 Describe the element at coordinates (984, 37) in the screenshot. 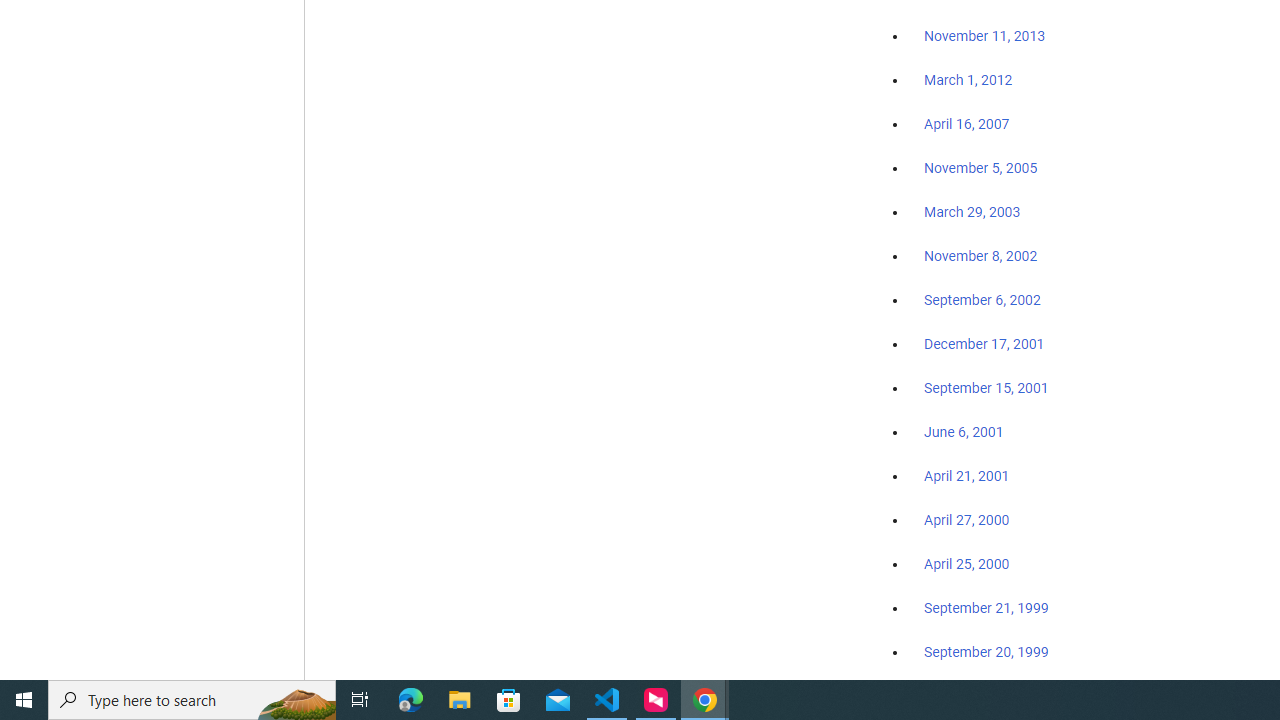

I see `'November 11, 2013'` at that location.